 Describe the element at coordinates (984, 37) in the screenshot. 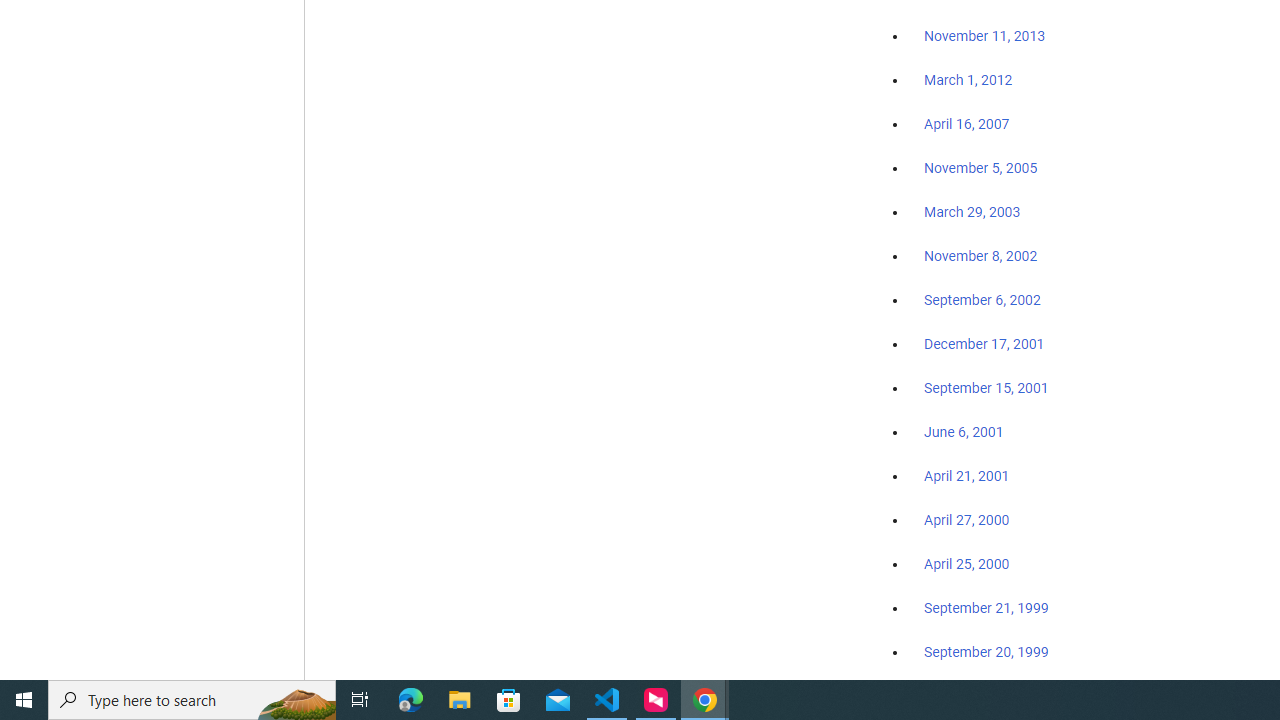

I see `'November 11, 2013'` at that location.